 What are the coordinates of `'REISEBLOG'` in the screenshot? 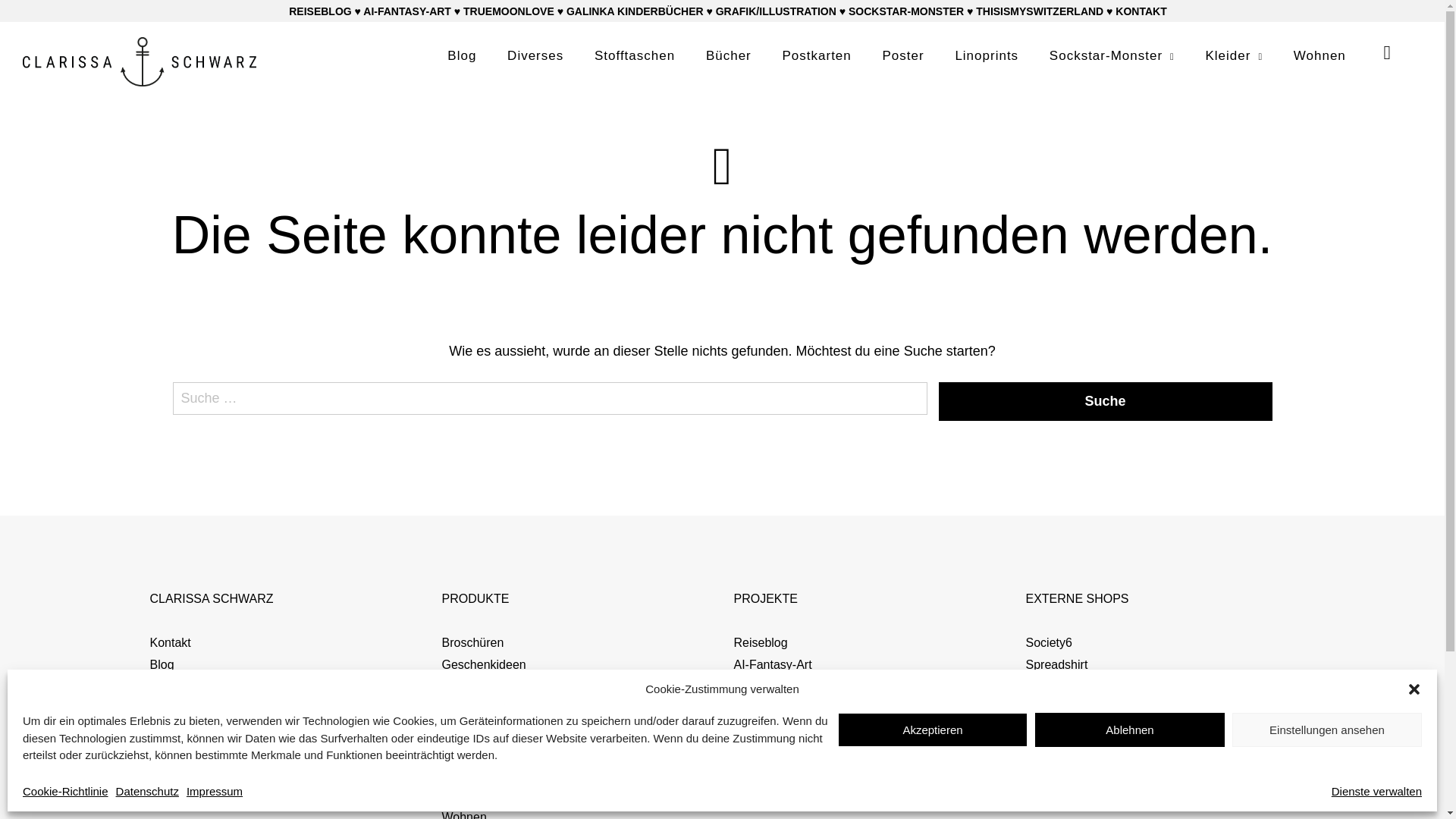 It's located at (288, 11).